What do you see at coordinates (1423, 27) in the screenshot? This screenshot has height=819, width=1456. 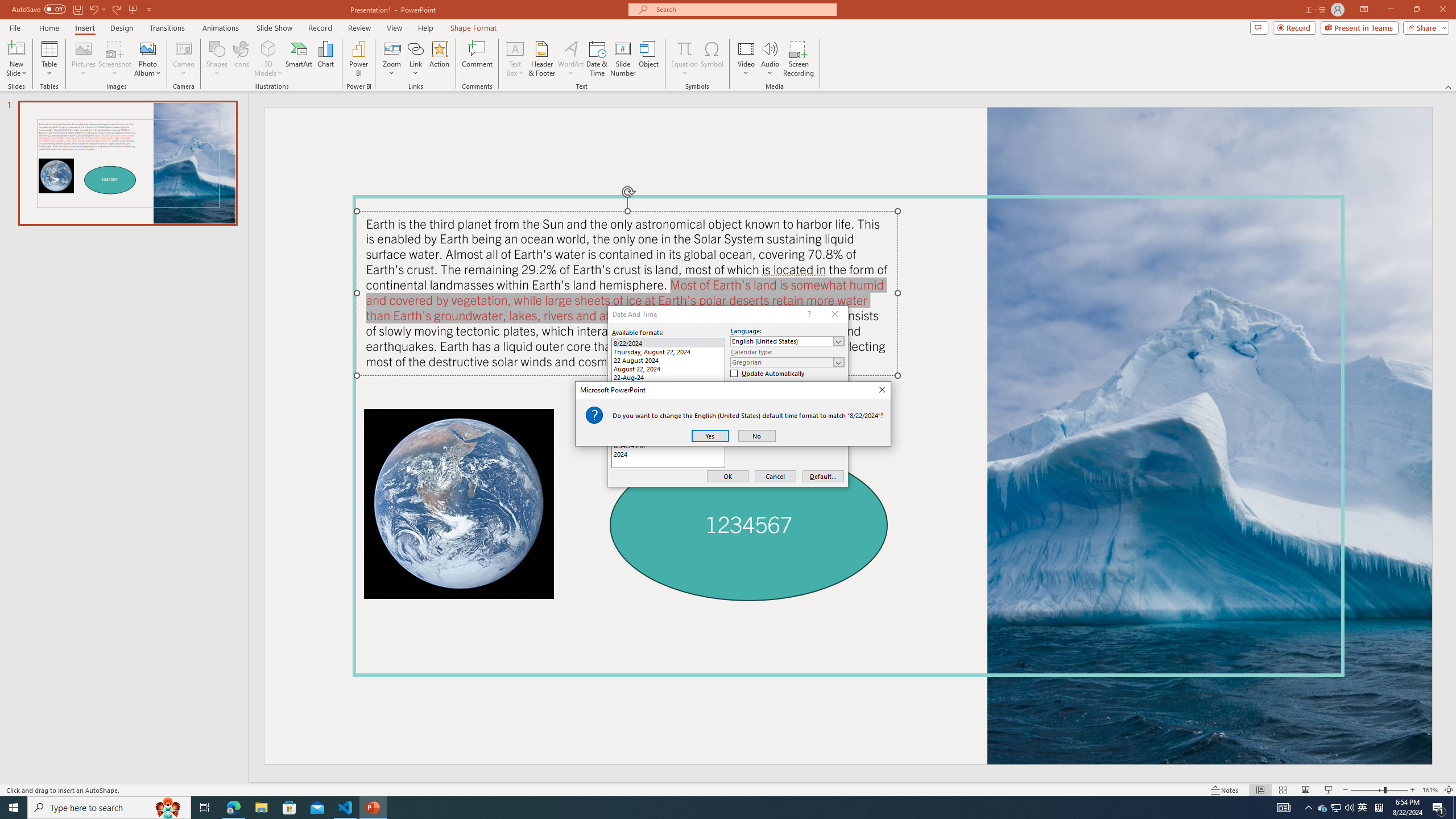 I see `'Share'` at bounding box center [1423, 27].